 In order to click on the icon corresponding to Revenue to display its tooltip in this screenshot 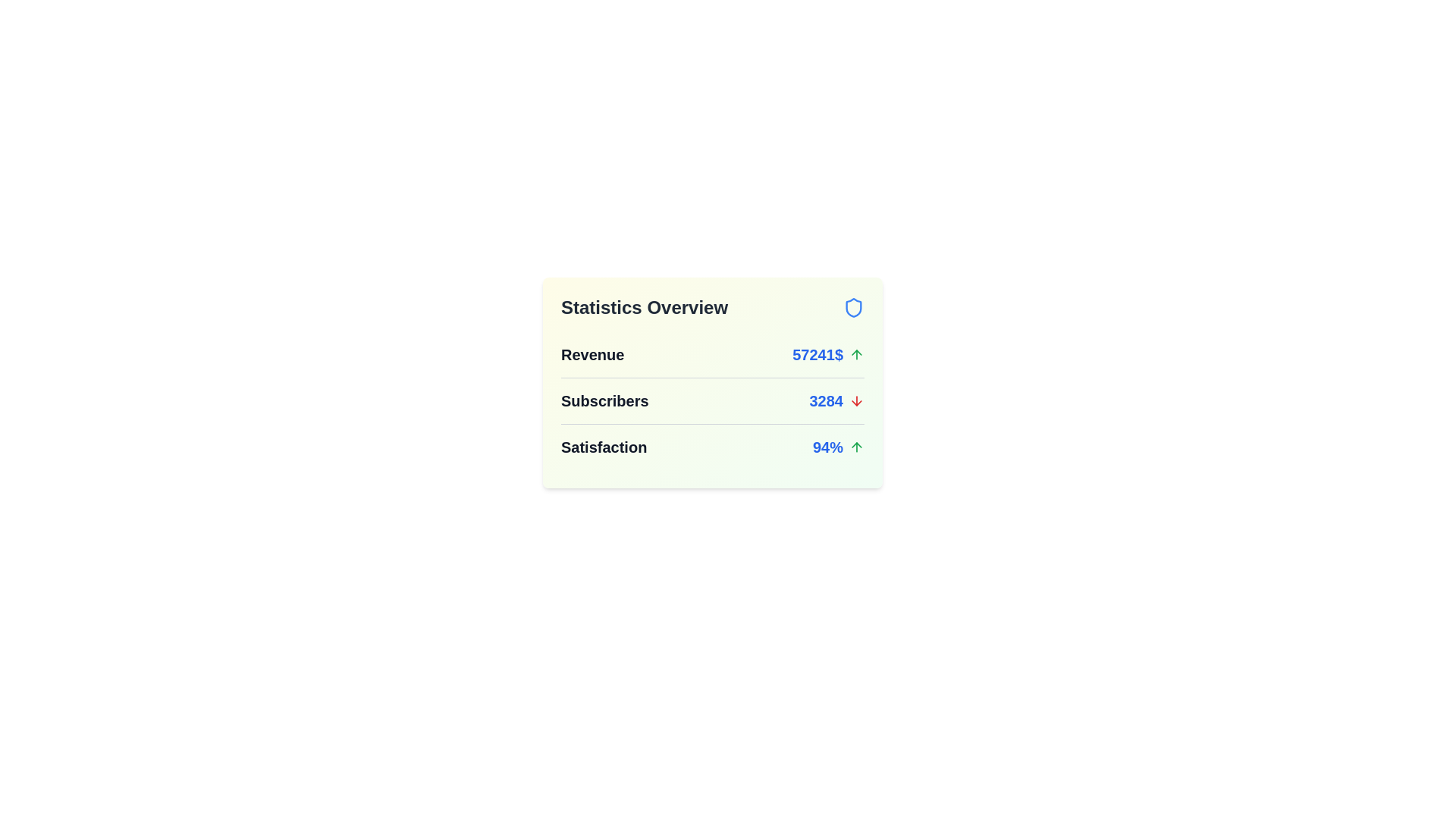, I will do `click(856, 354)`.